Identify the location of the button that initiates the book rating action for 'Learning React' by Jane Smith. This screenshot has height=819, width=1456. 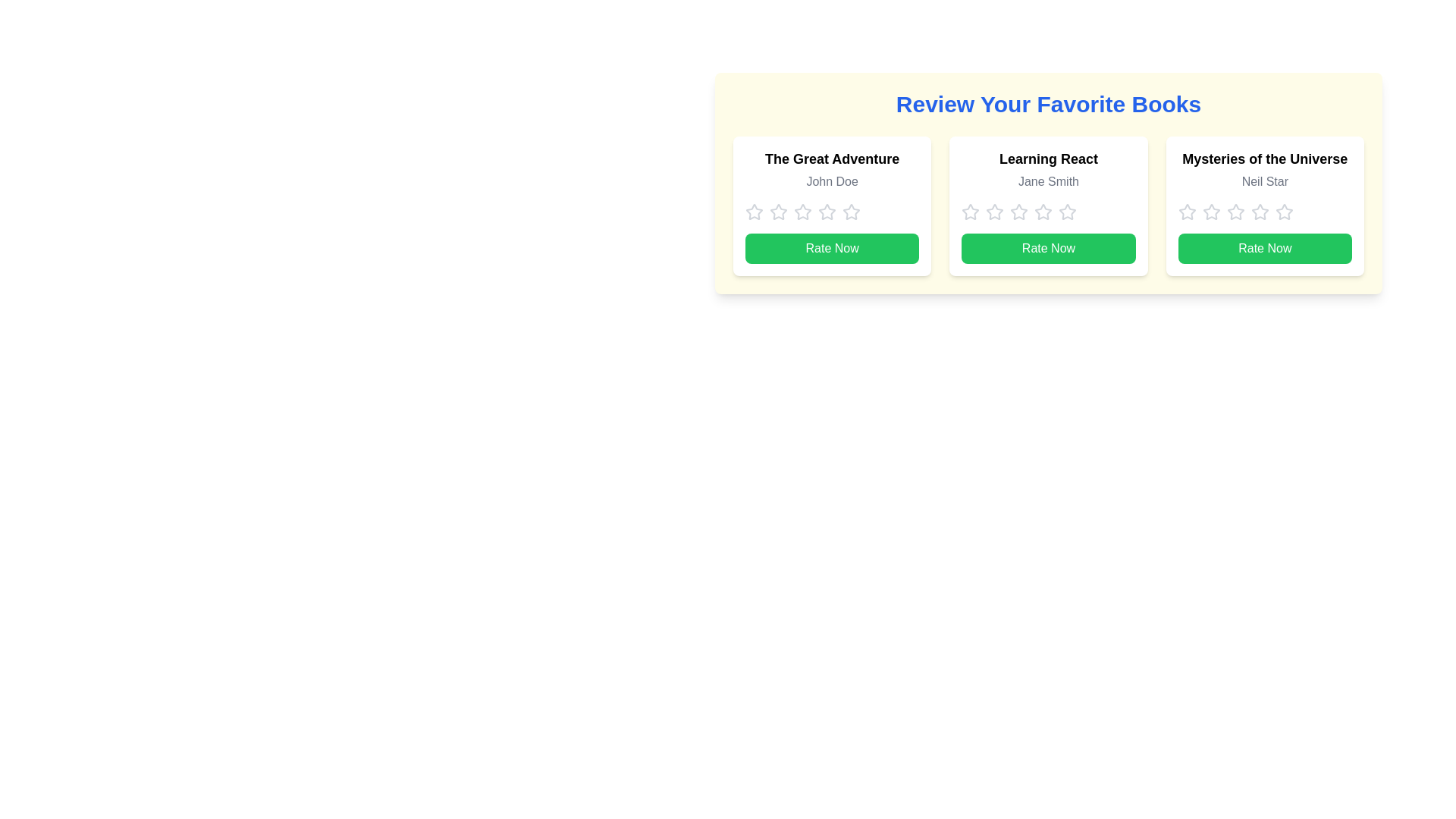
(1047, 247).